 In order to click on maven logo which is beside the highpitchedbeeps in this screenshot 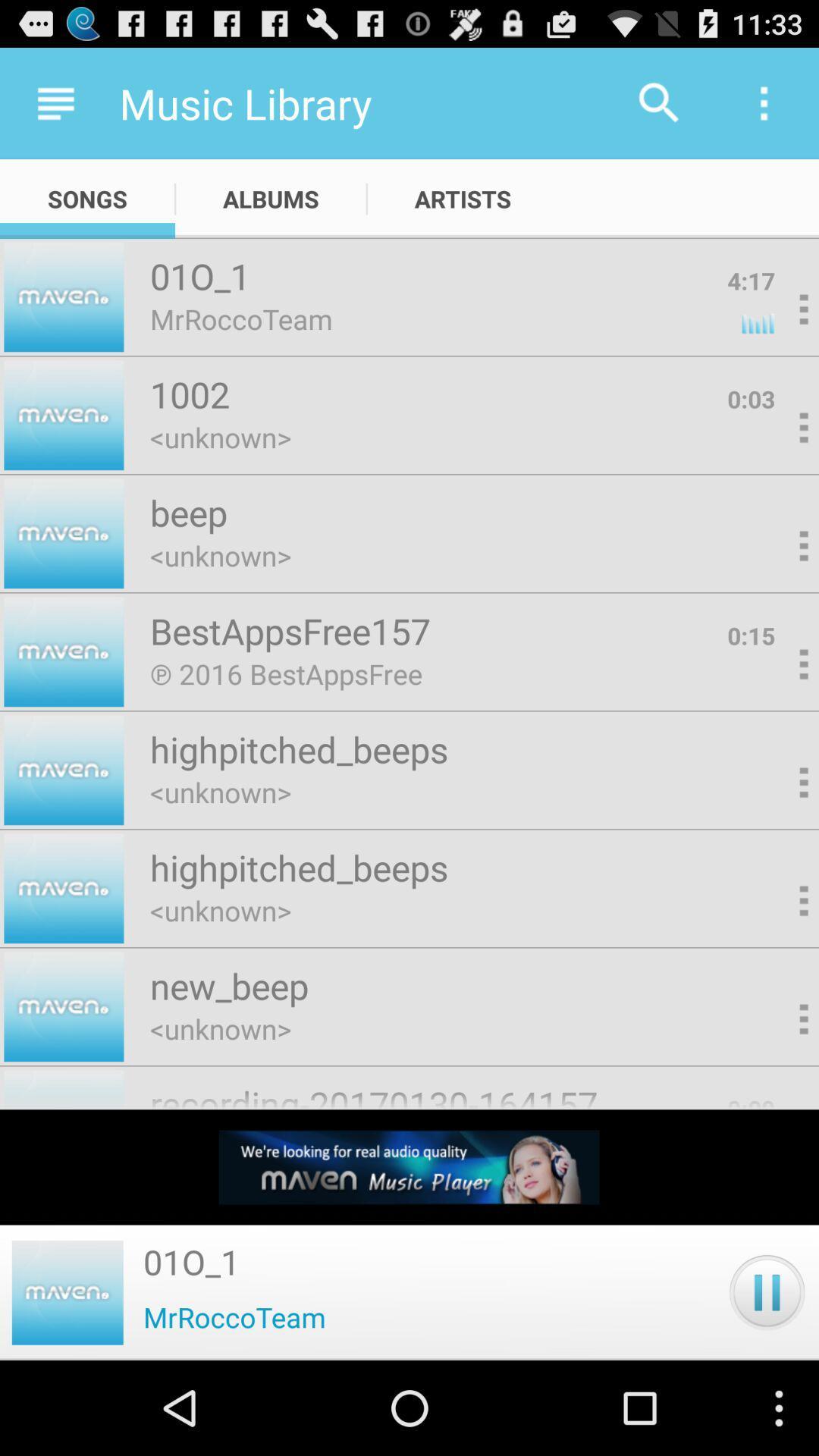, I will do `click(63, 770)`.